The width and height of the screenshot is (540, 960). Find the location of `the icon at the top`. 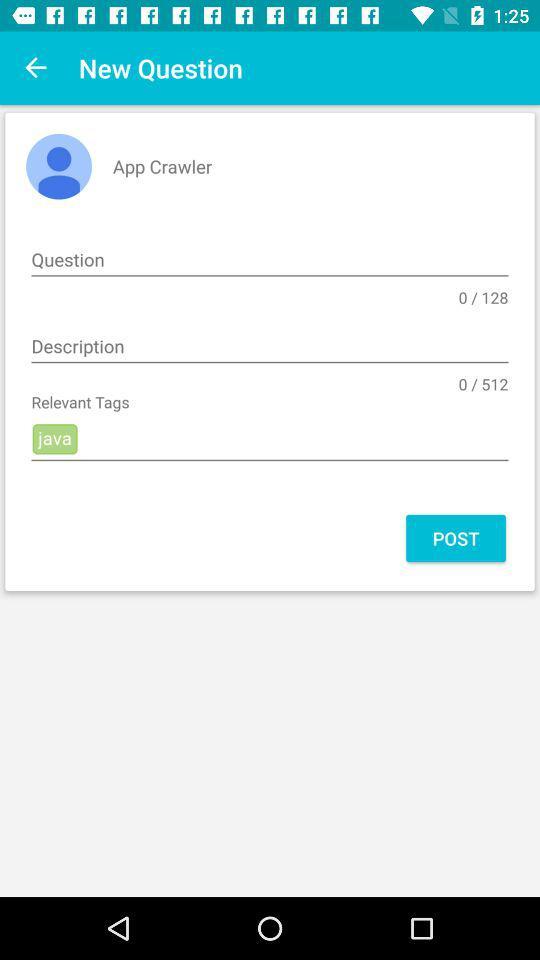

the icon at the top is located at coordinates (270, 259).